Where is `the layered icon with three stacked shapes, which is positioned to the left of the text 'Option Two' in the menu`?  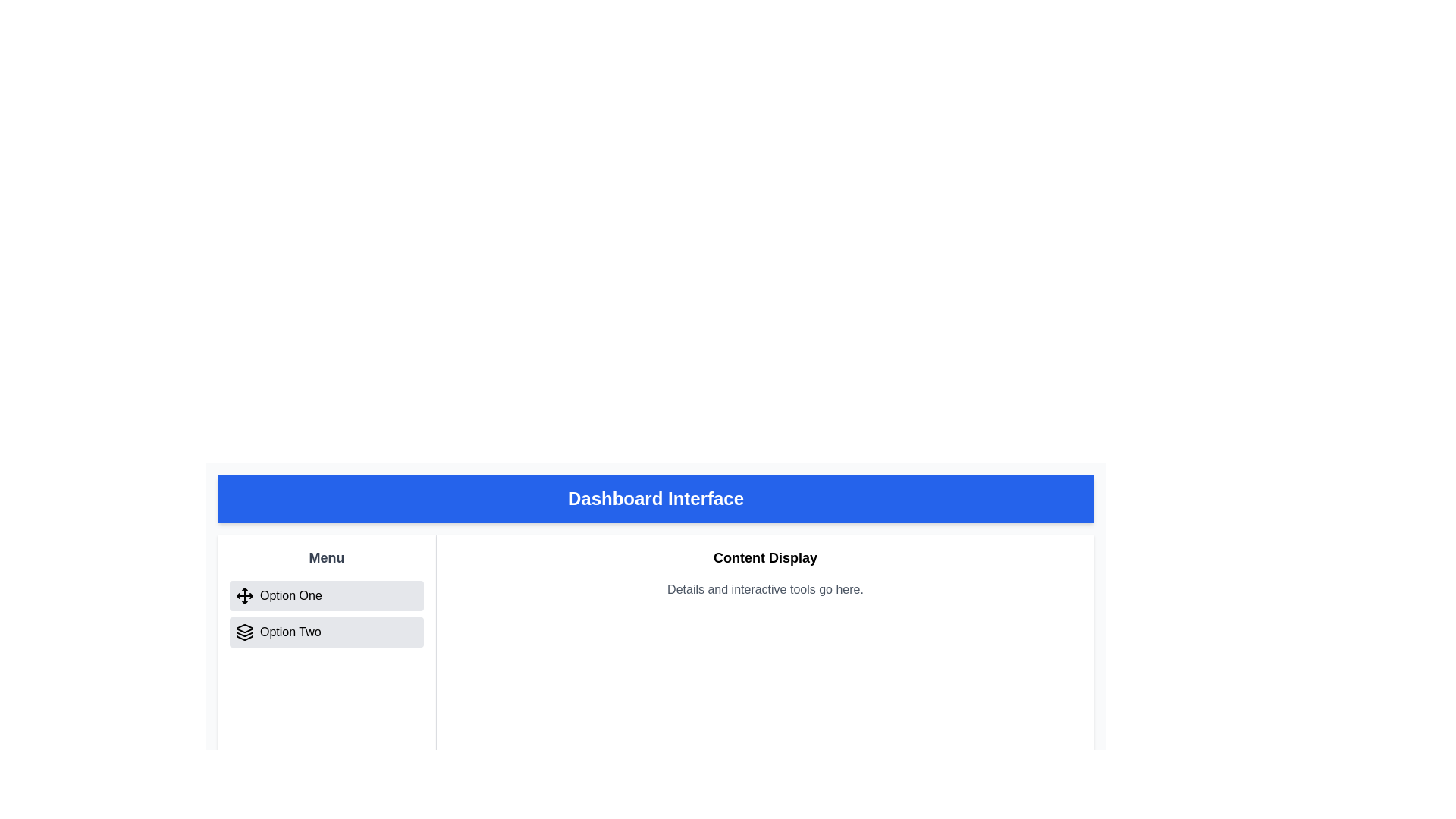
the layered icon with three stacked shapes, which is positioned to the left of the text 'Option Two' in the menu is located at coordinates (244, 632).